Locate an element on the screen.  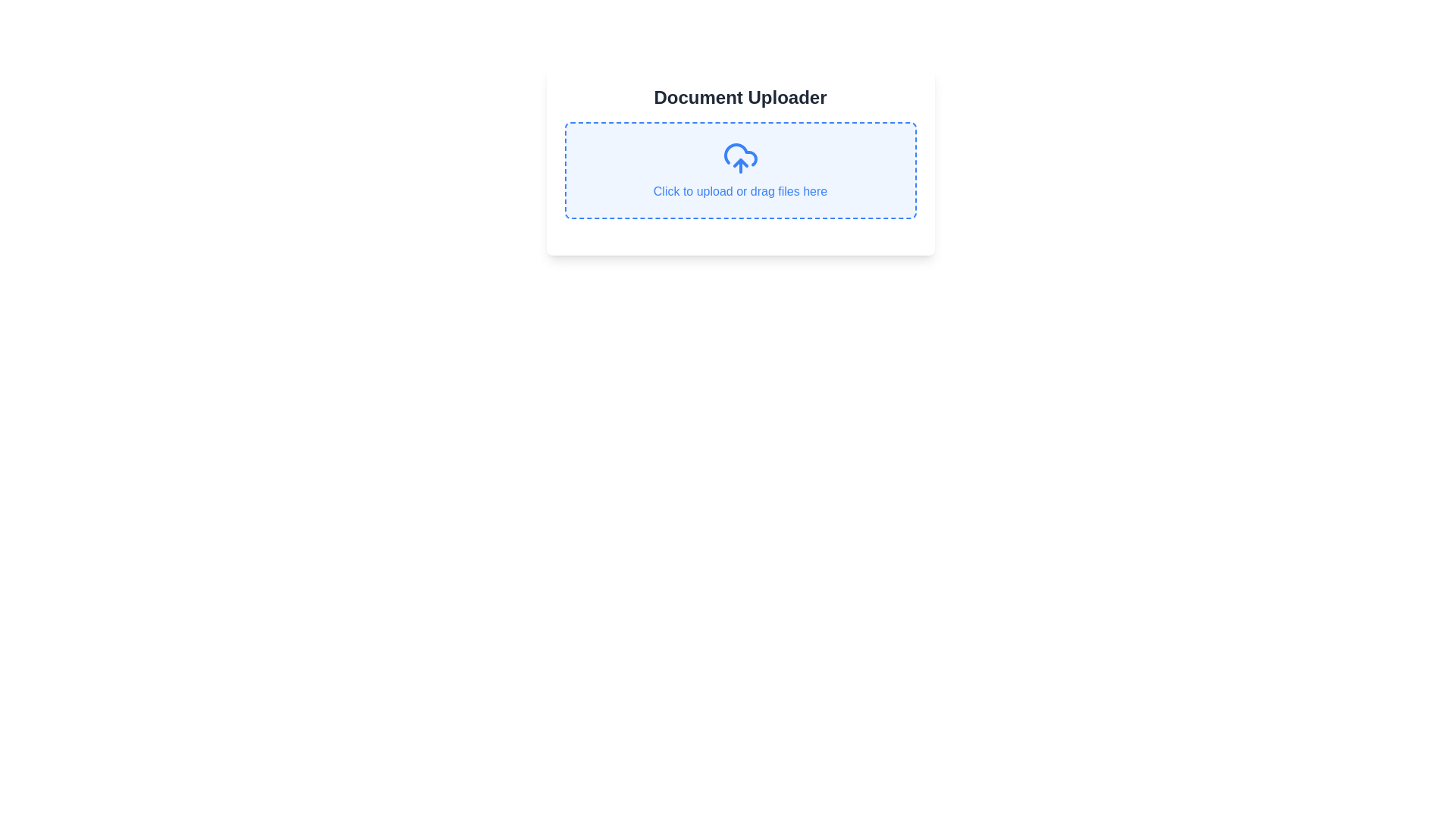
the Interactive file upload zone, which is a rectangular box with a dashed border, a cloud upload icon, and the text 'Click to upload or drag files here'. This element is located below the heading 'Document Uploader' is located at coordinates (740, 170).